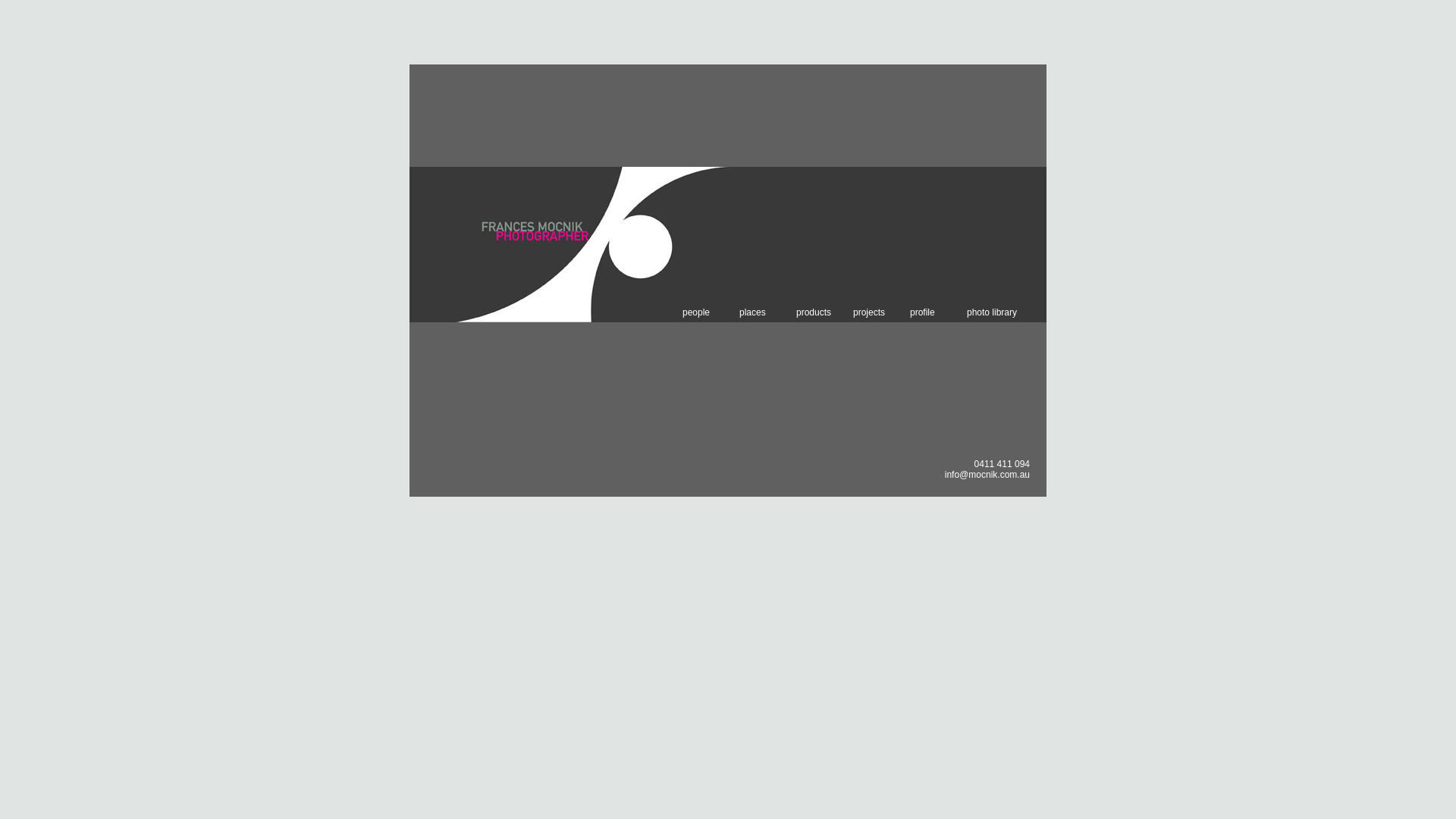  What do you see at coordinates (987, 473) in the screenshot?
I see `'info@mocnik.com.au'` at bounding box center [987, 473].